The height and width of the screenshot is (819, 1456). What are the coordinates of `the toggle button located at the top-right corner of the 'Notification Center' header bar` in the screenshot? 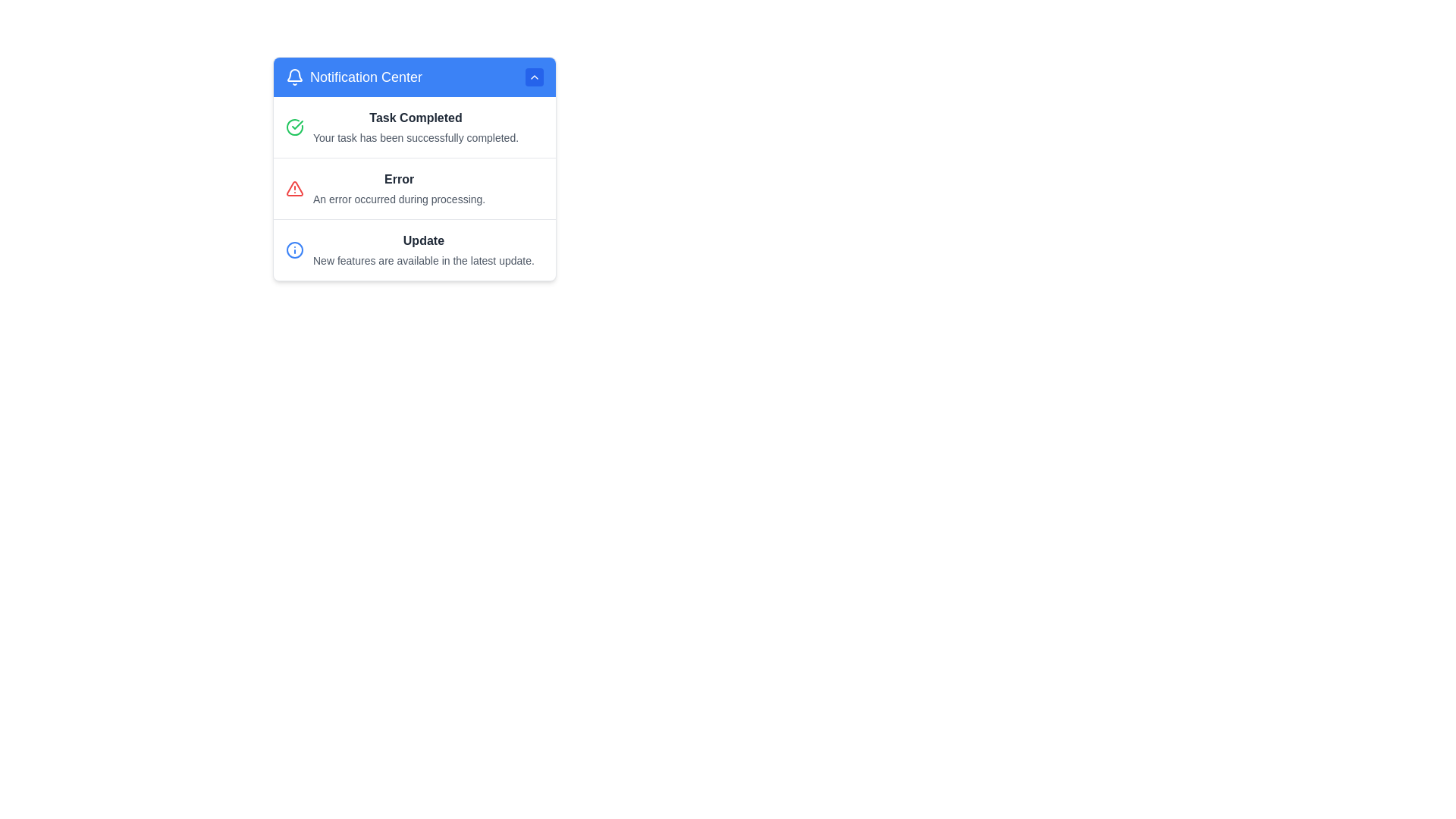 It's located at (535, 77).